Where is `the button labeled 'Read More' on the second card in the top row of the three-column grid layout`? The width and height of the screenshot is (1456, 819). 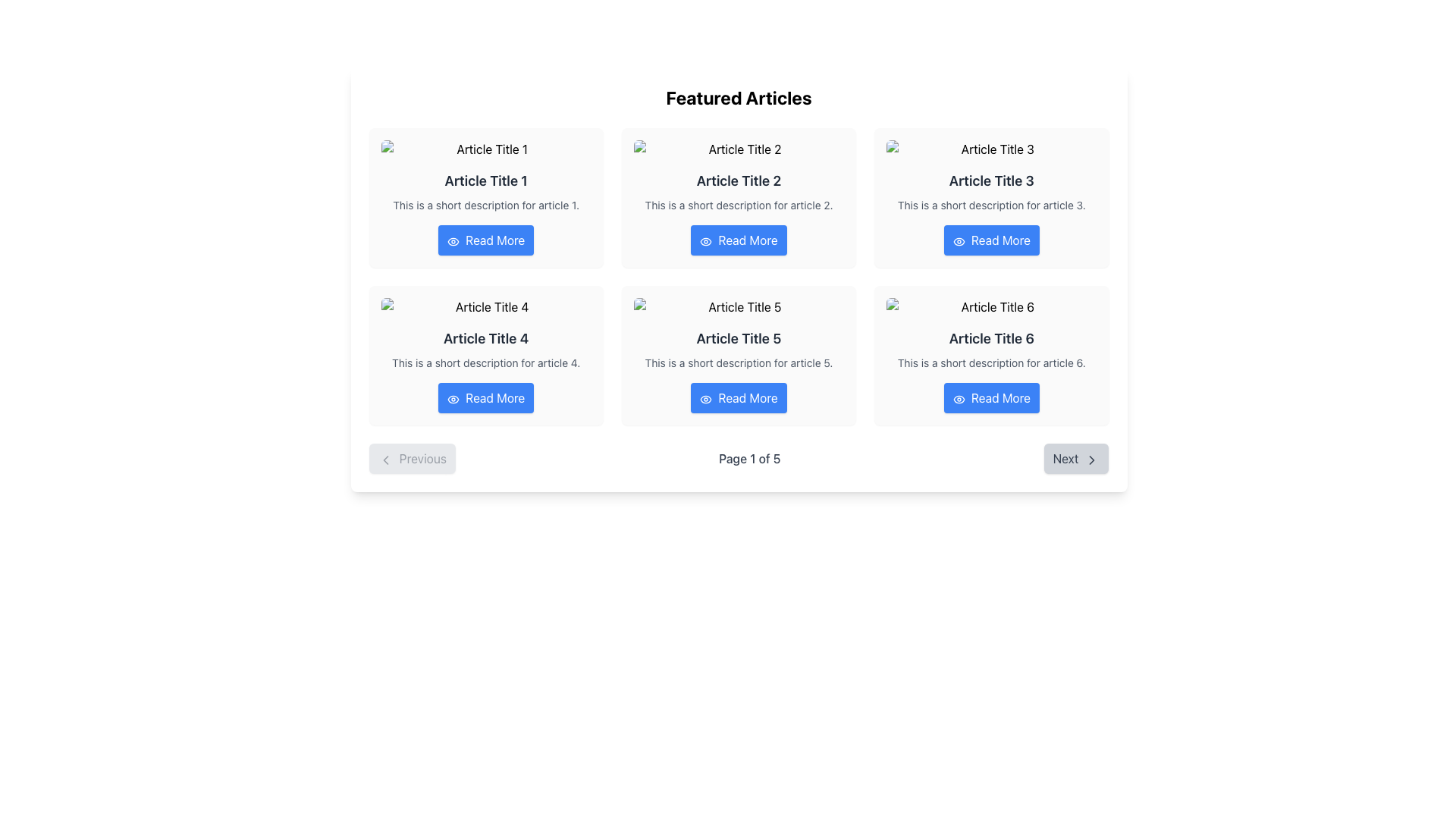
the button labeled 'Read More' on the second card in the top row of the three-column grid layout is located at coordinates (739, 197).